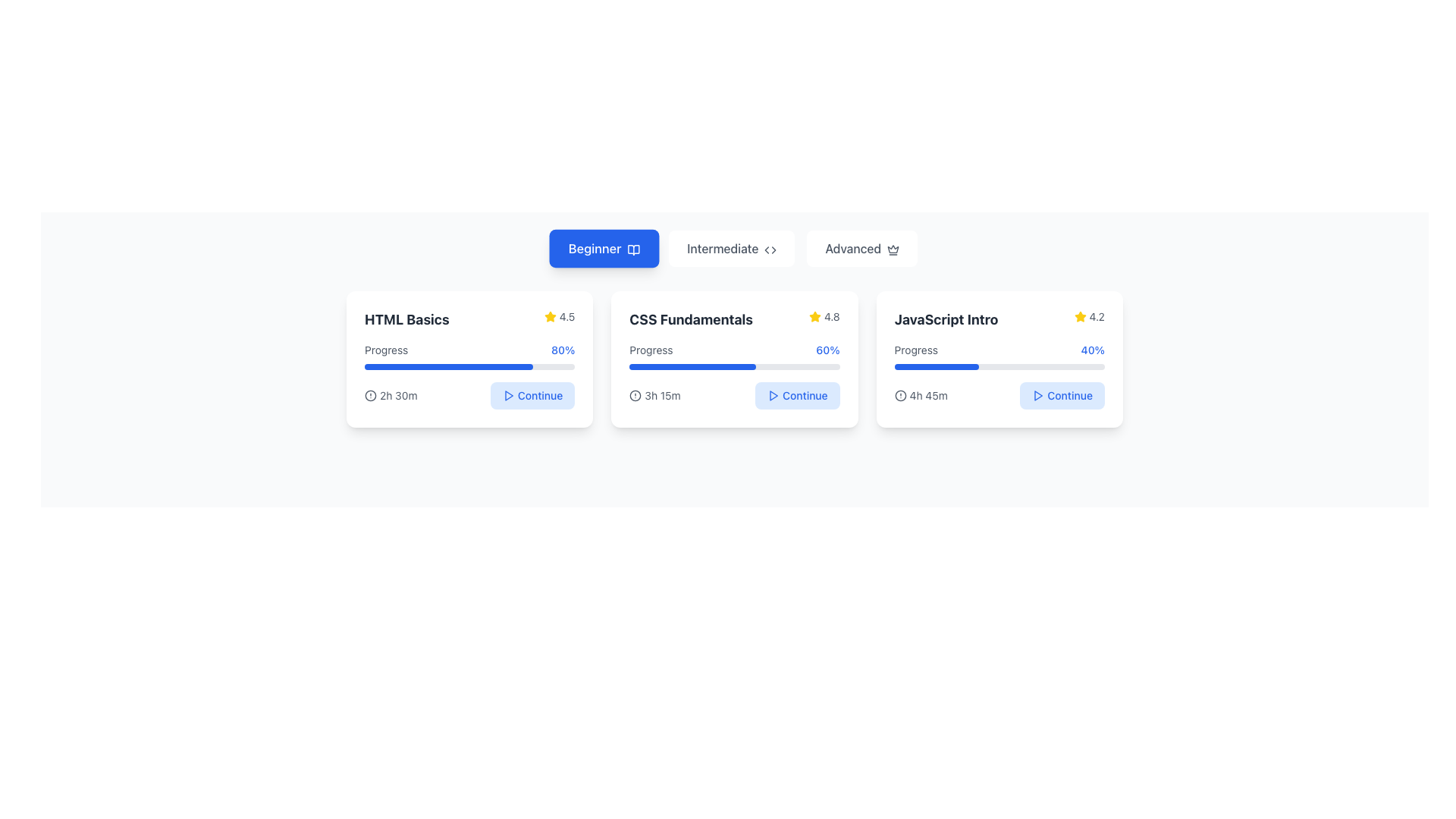 Image resolution: width=1456 pixels, height=819 pixels. What do you see at coordinates (635, 394) in the screenshot?
I see `Circle SVG element located near the top-center of the UI, which serves as a visual indicator for status or alerts` at bounding box center [635, 394].